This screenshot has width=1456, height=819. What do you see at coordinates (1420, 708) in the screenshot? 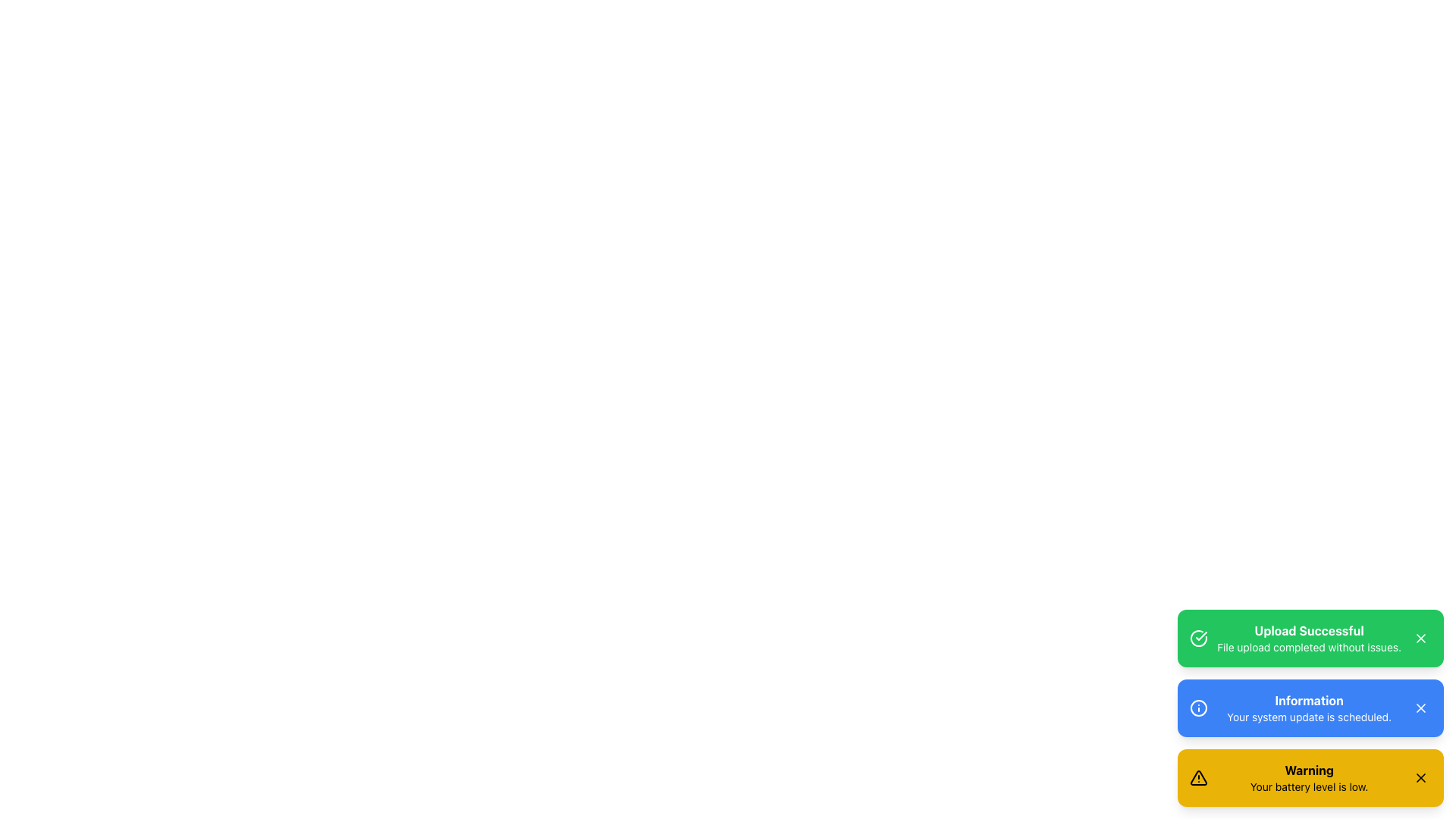
I see `the small circular button with a visible 'X' icon at its center located in the top-right corner of the blue rectangular notification box` at bounding box center [1420, 708].